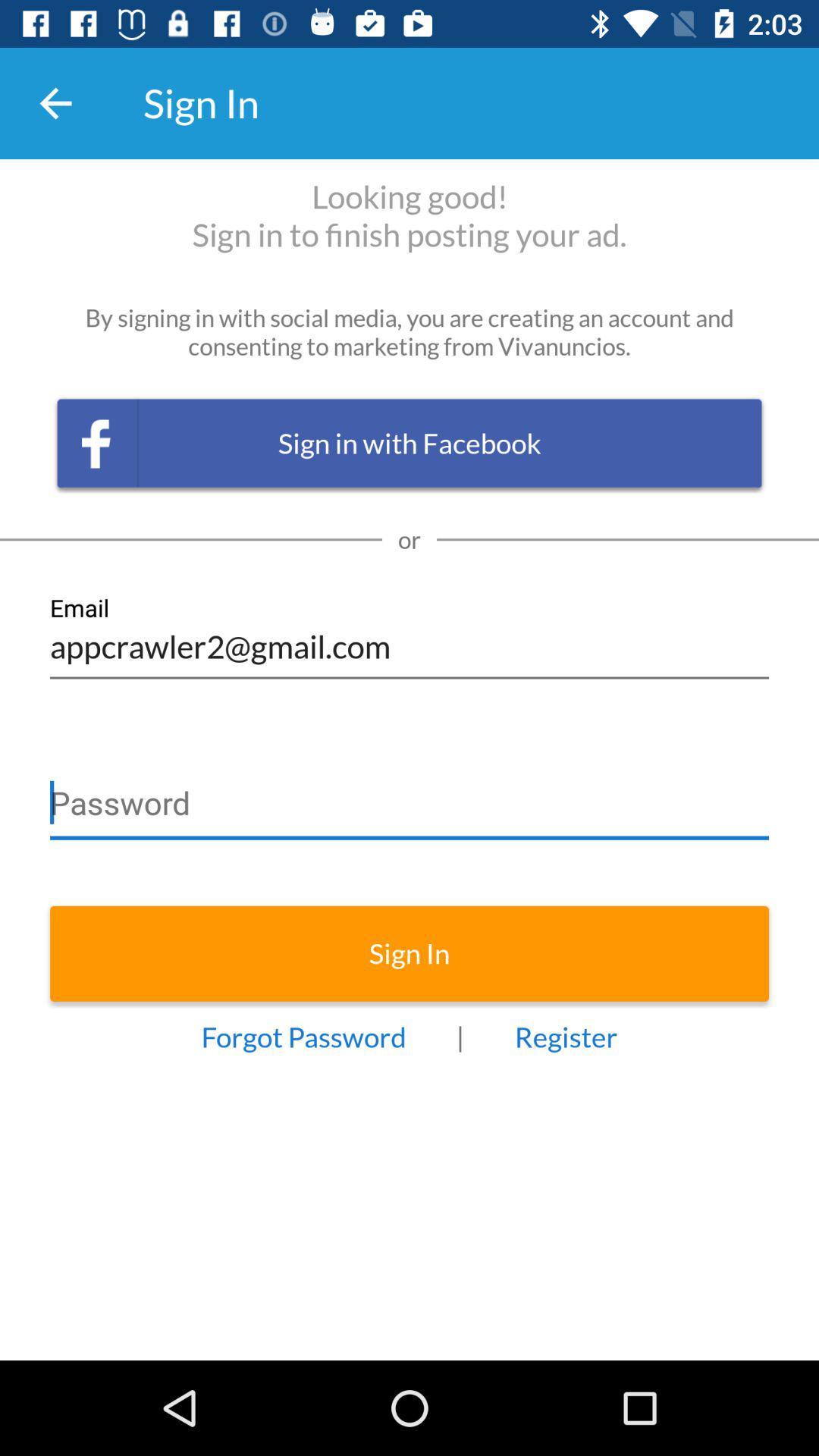 This screenshot has width=819, height=1456. Describe the element at coordinates (409, 952) in the screenshot. I see `sign in` at that location.